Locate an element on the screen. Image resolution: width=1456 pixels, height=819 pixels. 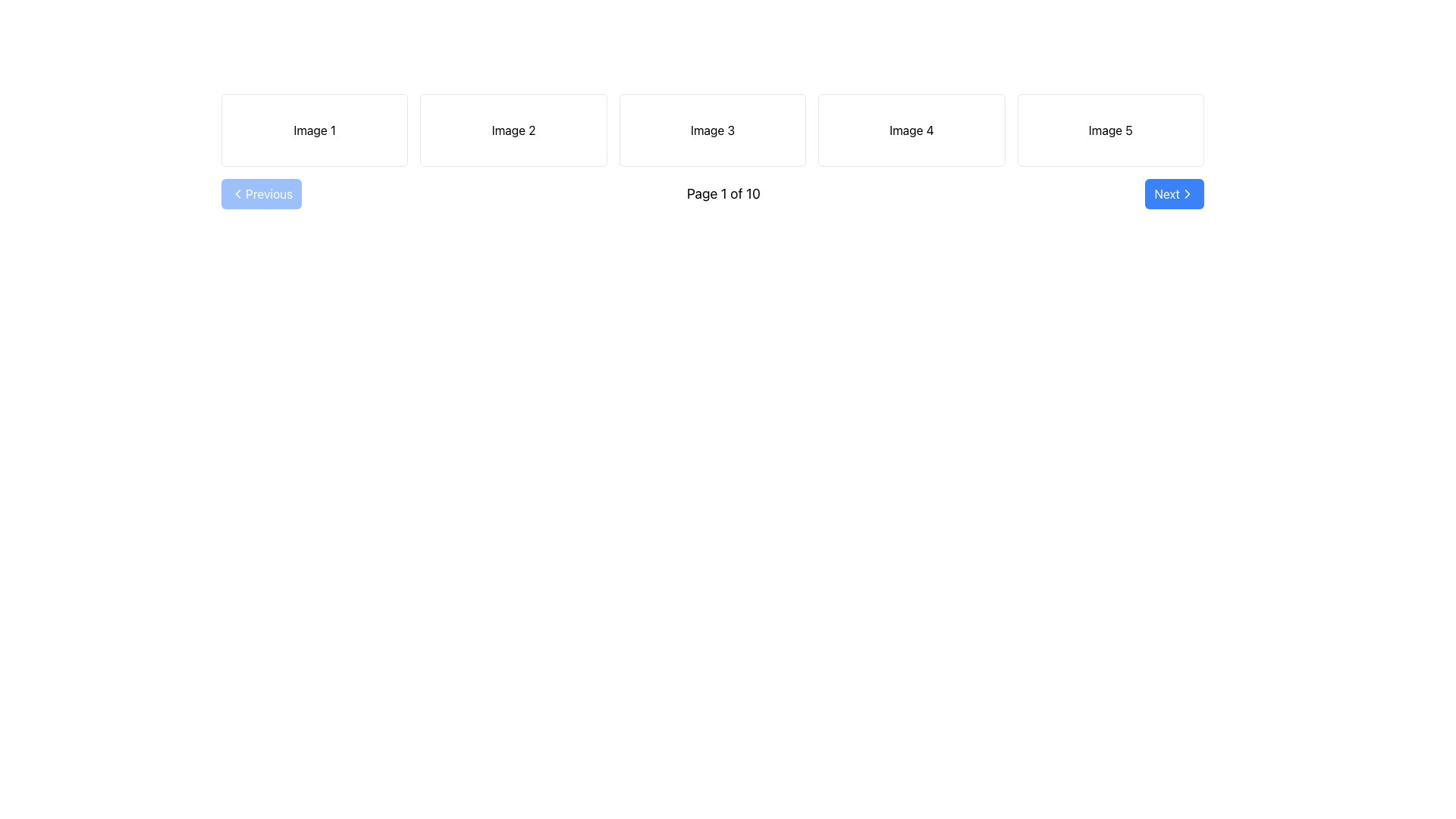
the right-facing chevron icon within the blue 'Next' button at the bottom right of the interface is located at coordinates (1186, 193).